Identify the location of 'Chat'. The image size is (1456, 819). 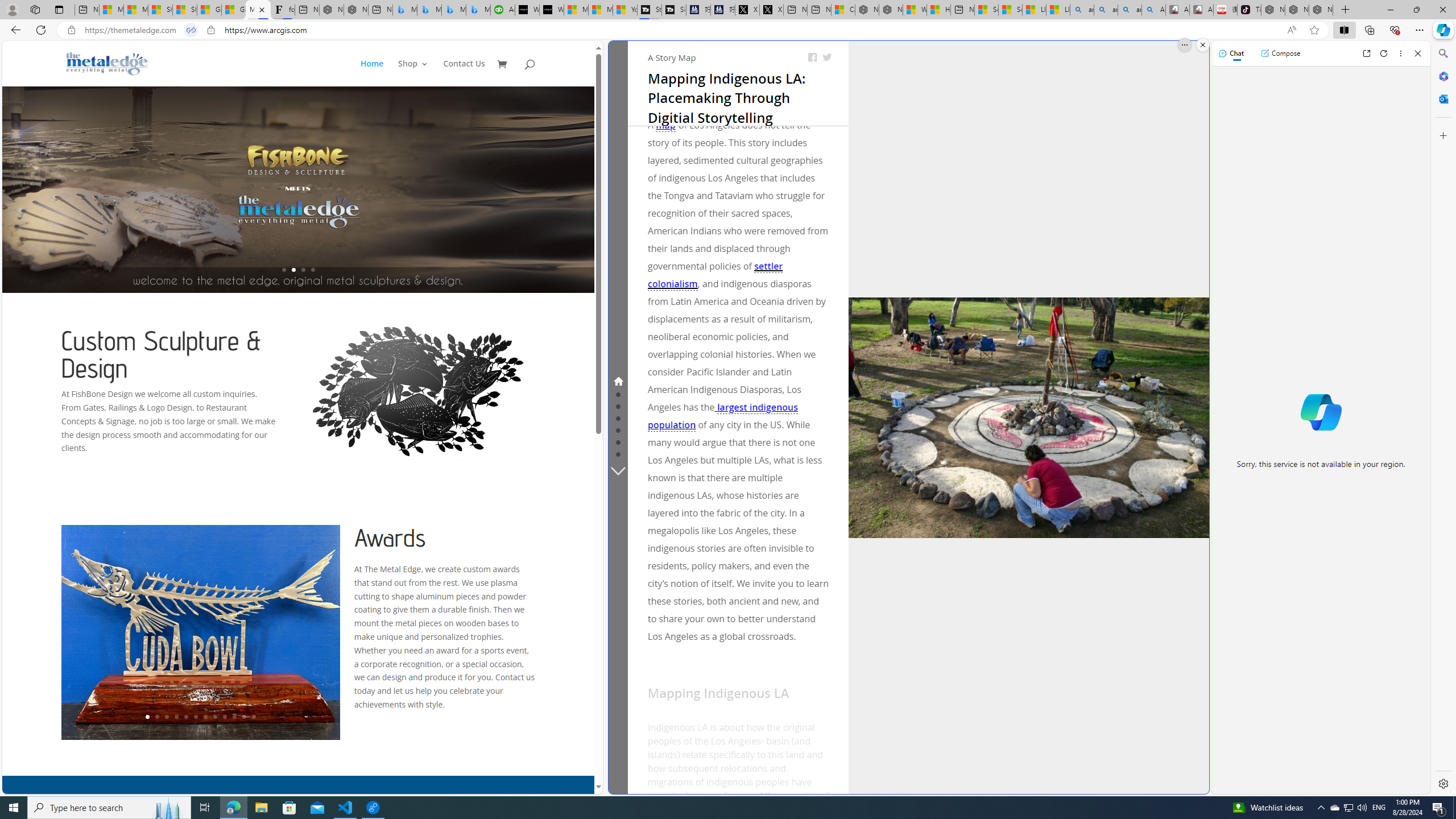
(1231, 52).